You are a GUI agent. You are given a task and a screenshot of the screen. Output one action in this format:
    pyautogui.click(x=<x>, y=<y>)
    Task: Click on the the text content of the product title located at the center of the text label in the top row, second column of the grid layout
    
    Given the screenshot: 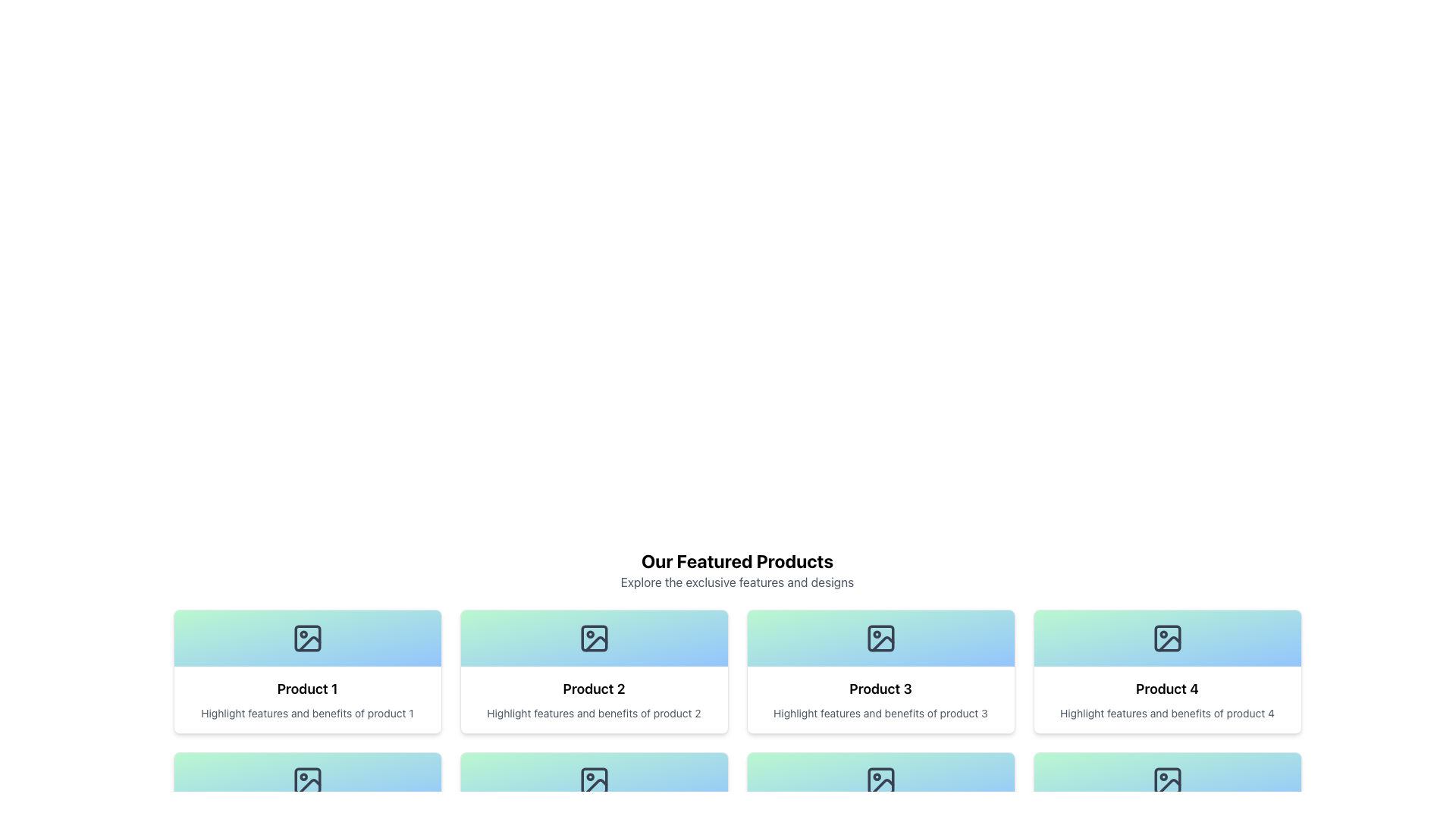 What is the action you would take?
    pyautogui.click(x=593, y=689)
    